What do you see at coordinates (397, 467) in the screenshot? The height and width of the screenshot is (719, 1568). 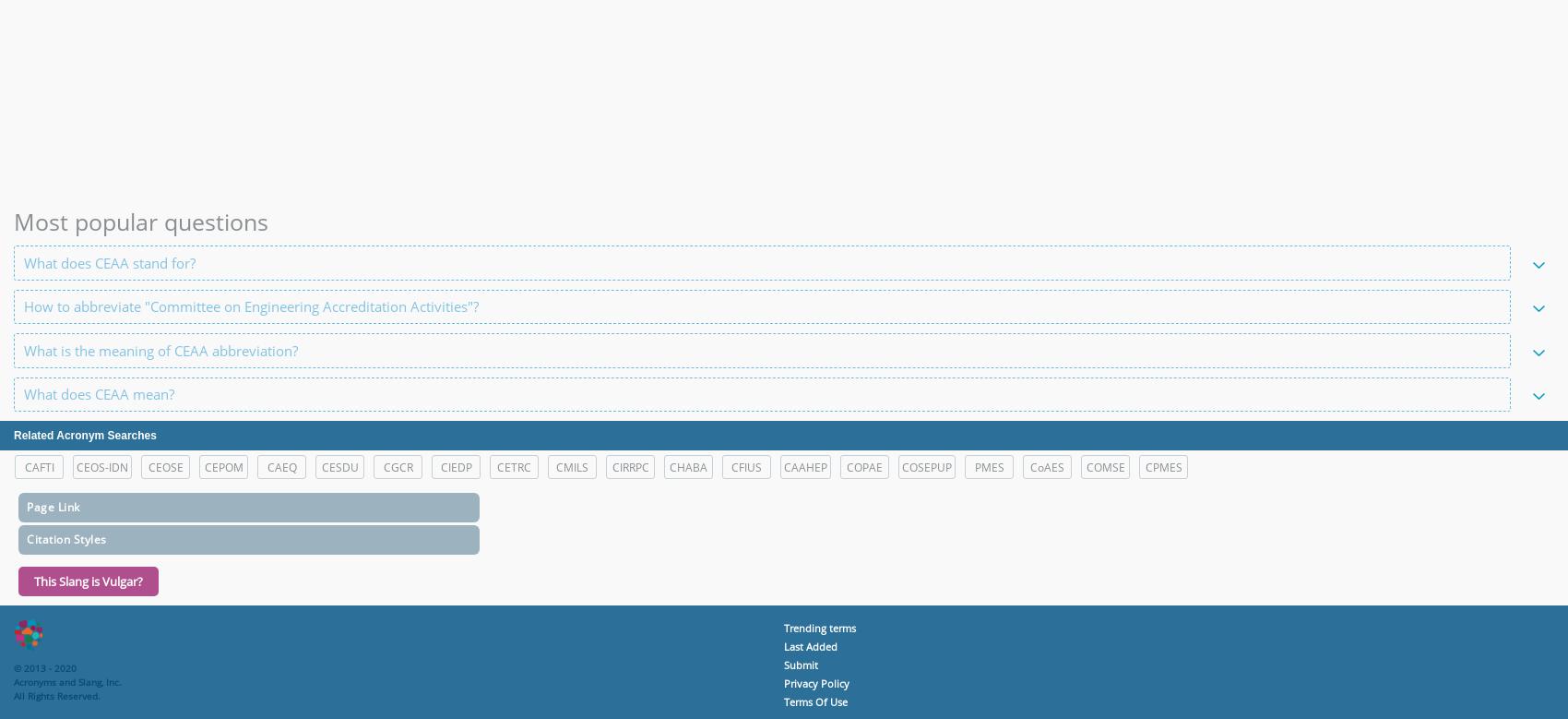 I see `'CGCR'` at bounding box center [397, 467].